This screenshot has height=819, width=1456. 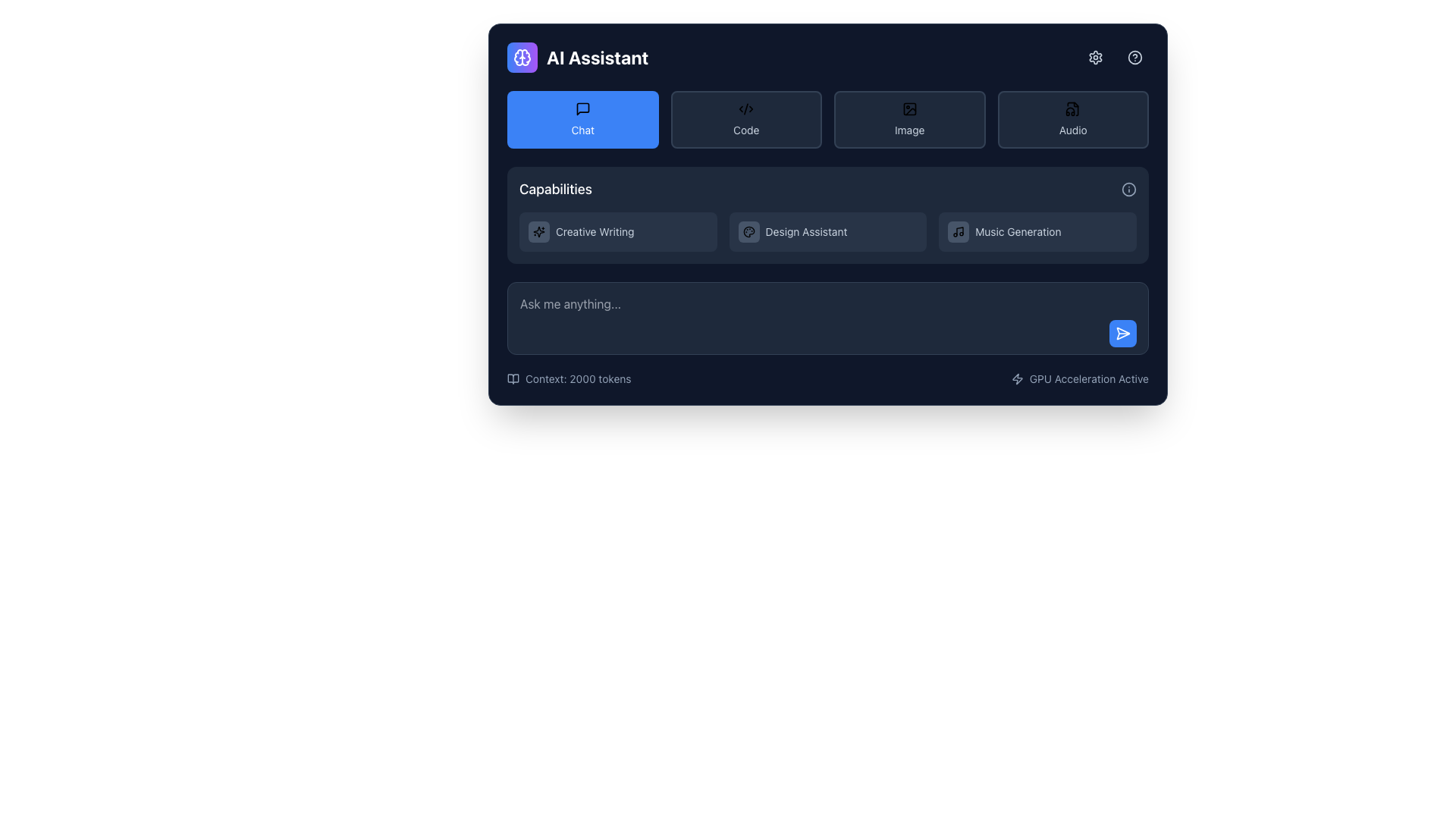 I want to click on the decorative vector graphic icon corresponding to the 'Creative Writing' feature, located at the left side of the row labeled 'Creative Writing' under the capabilities section, so click(x=538, y=231).